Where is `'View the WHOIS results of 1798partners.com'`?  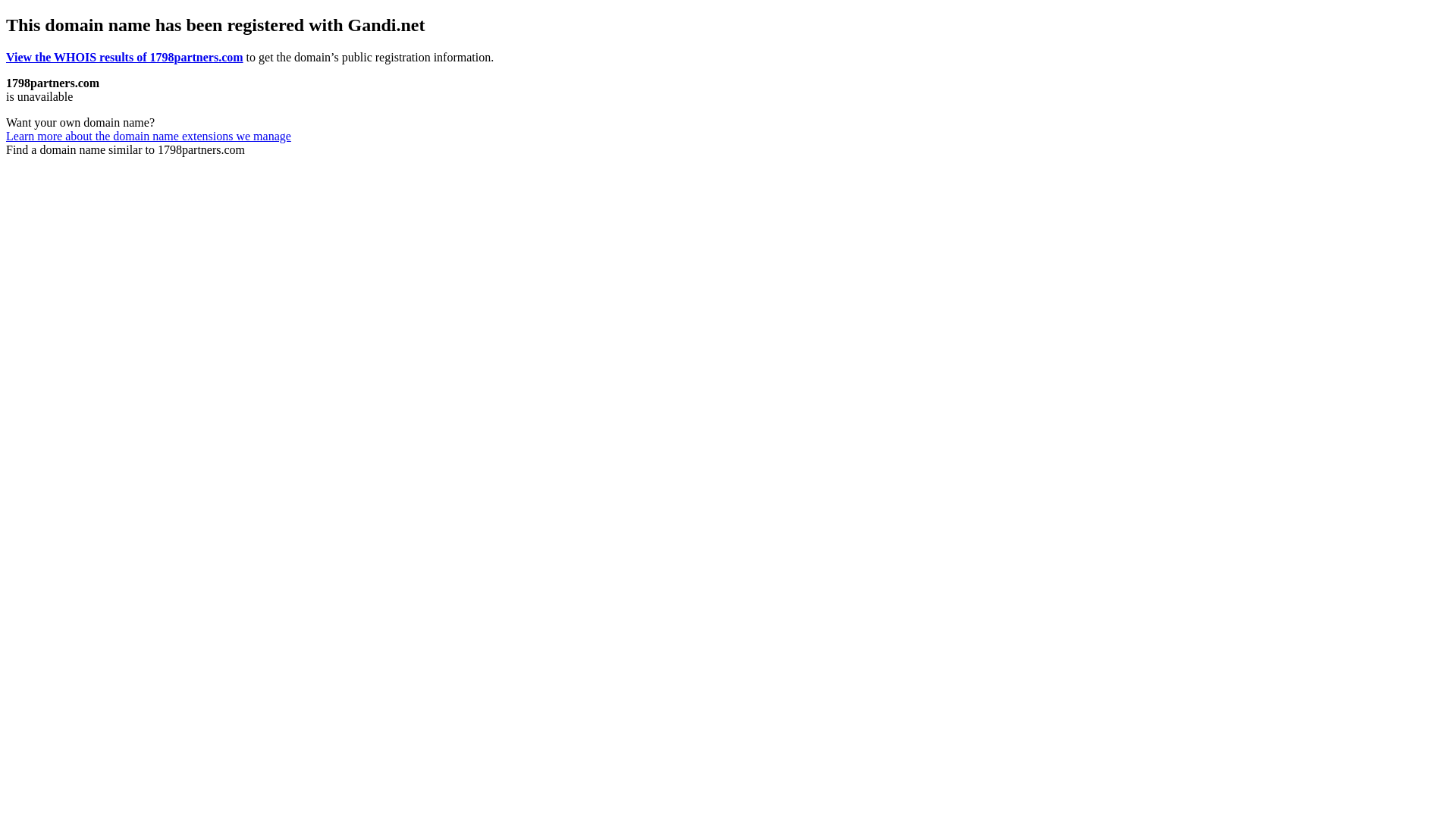
'View the WHOIS results of 1798partners.com' is located at coordinates (124, 56).